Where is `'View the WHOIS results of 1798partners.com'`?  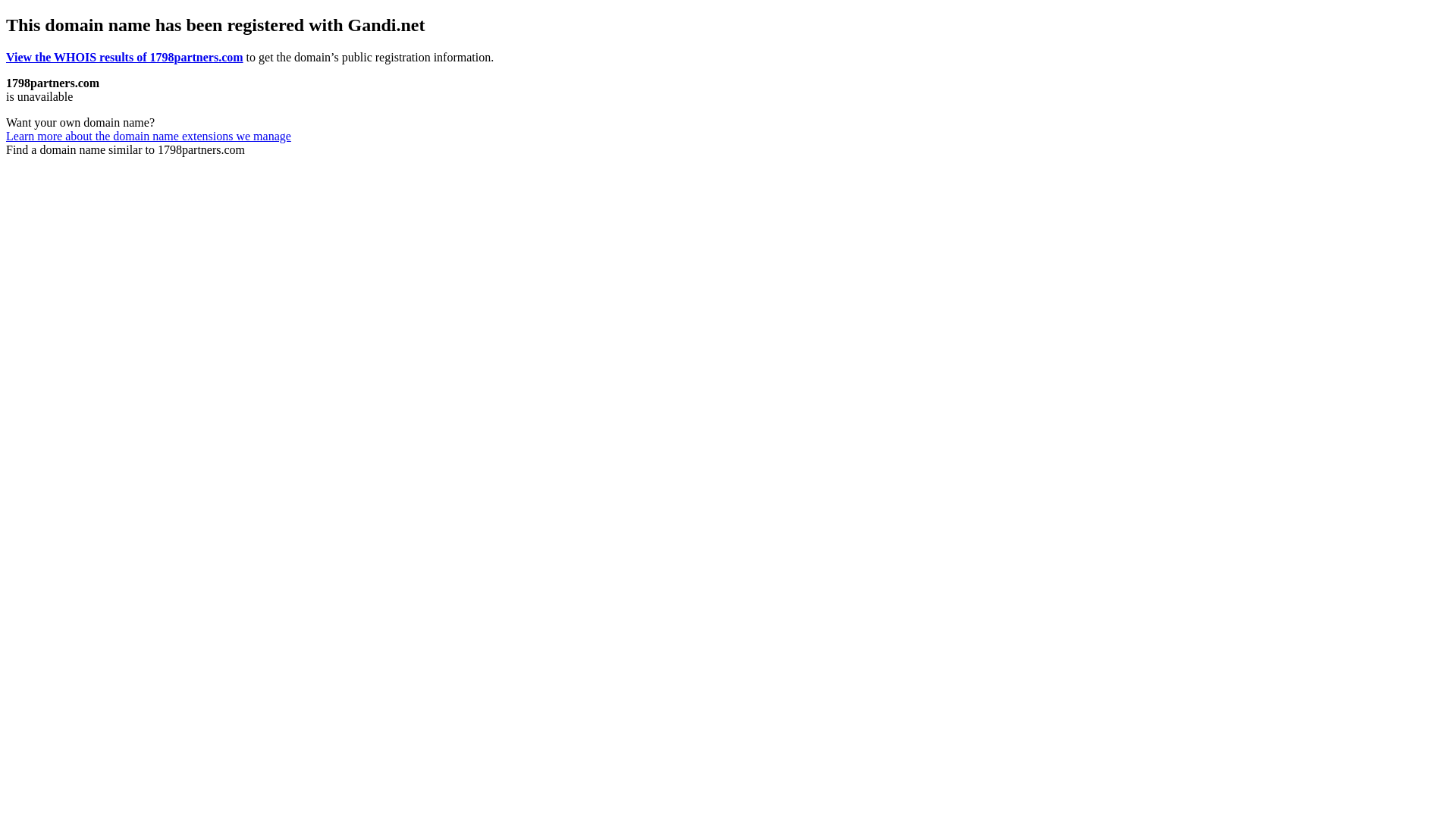
'View the WHOIS results of 1798partners.com' is located at coordinates (124, 56).